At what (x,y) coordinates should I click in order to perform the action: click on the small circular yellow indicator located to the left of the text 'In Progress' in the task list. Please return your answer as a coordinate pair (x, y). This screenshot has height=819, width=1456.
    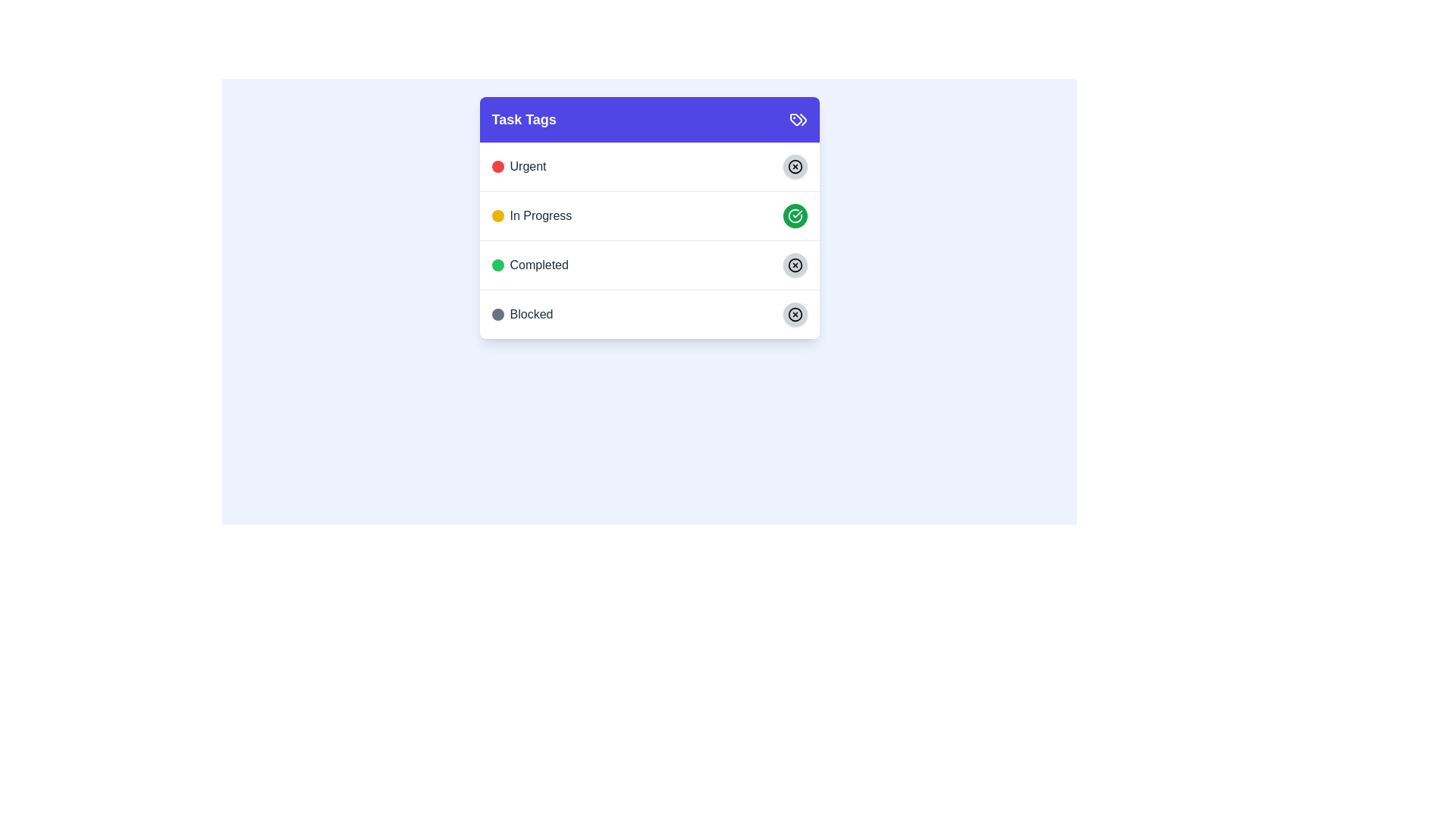
    Looking at the image, I should click on (497, 216).